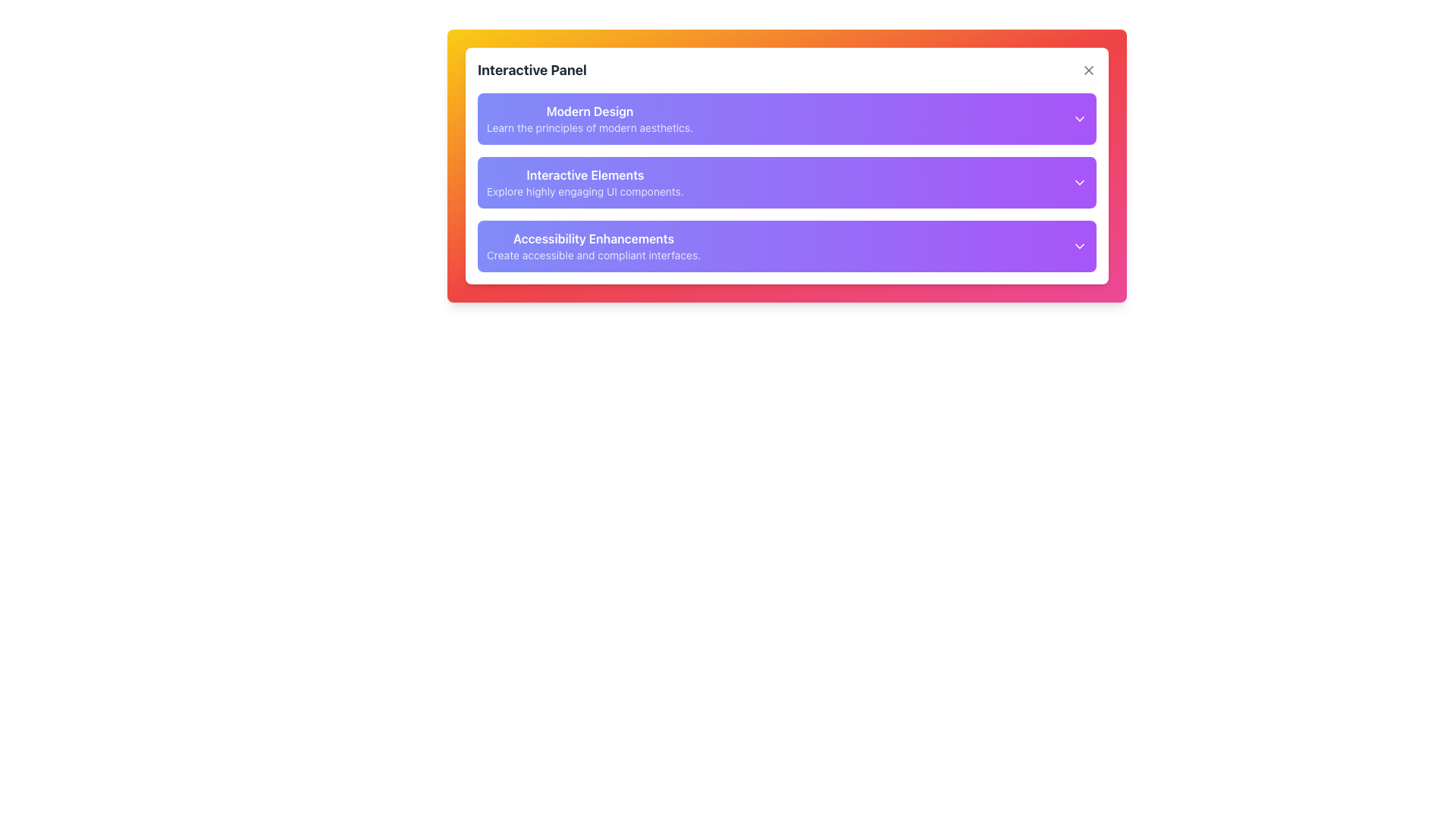 This screenshot has width=1456, height=819. Describe the element at coordinates (1079, 245) in the screenshot. I see `the Chevron Icon at the right end of the 'Accessibility Enhancements' section's title bar` at that location.